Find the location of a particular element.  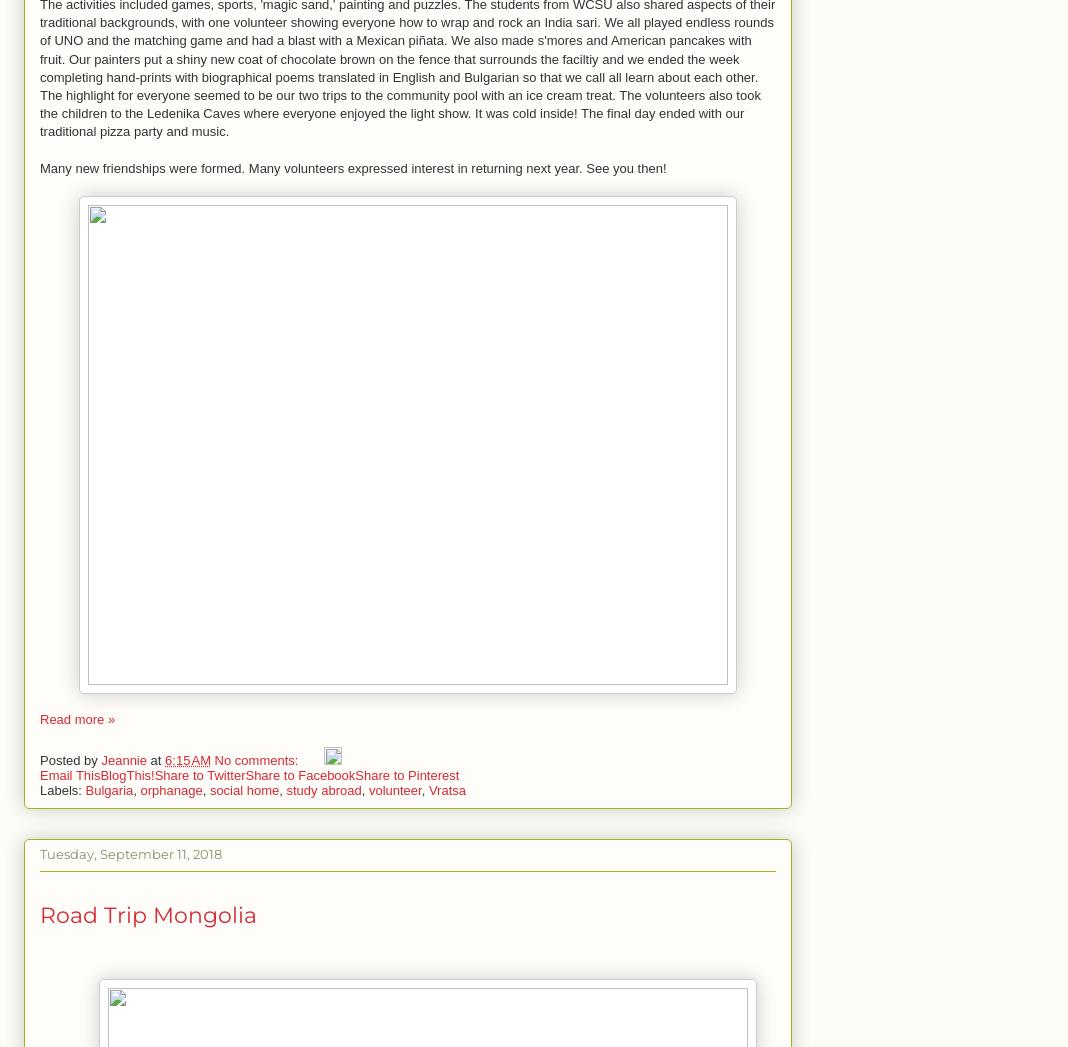

'Jeannie' is located at coordinates (100, 759).